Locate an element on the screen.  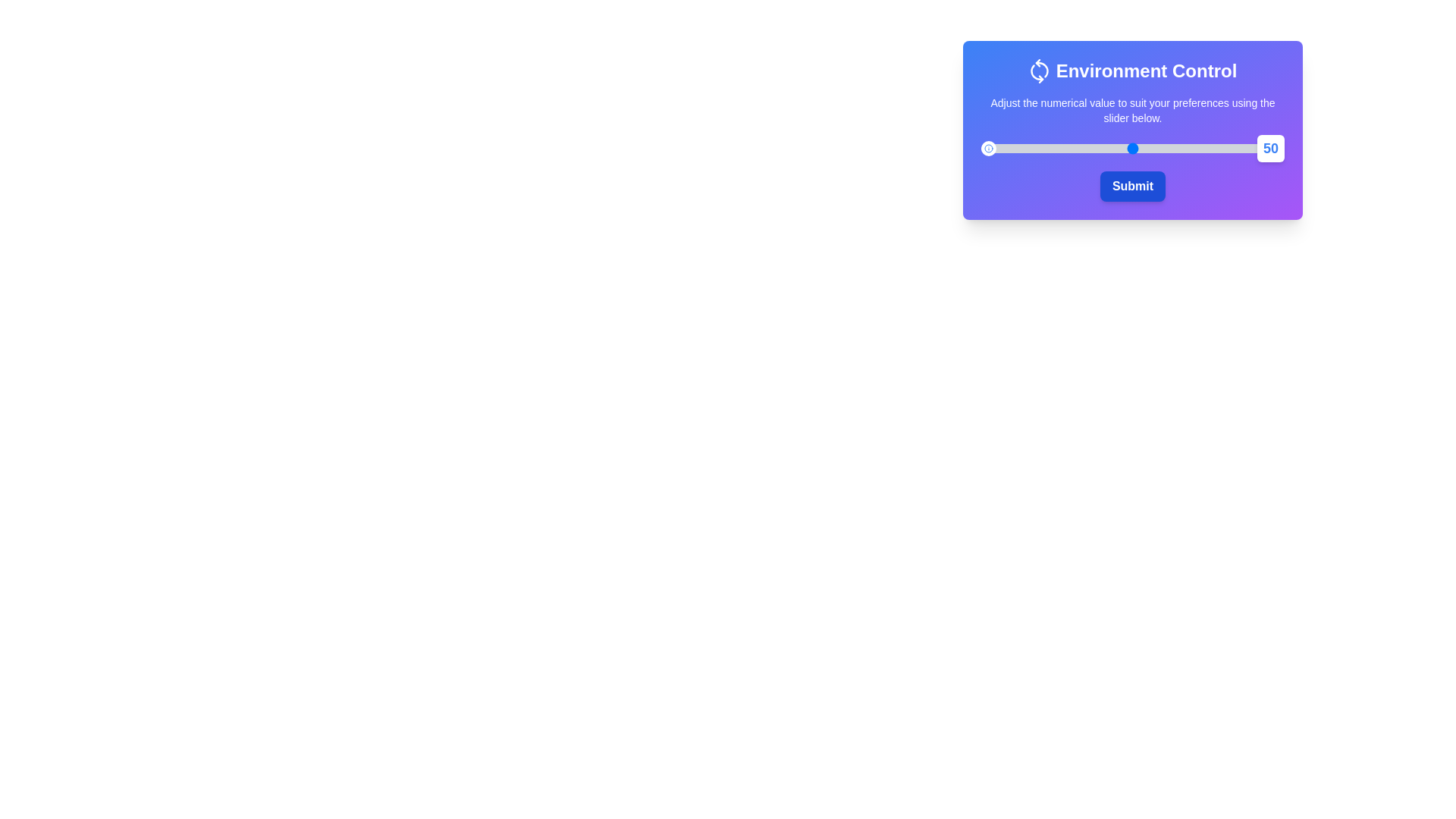
the slider to set the value to 17 is located at coordinates (1032, 149).